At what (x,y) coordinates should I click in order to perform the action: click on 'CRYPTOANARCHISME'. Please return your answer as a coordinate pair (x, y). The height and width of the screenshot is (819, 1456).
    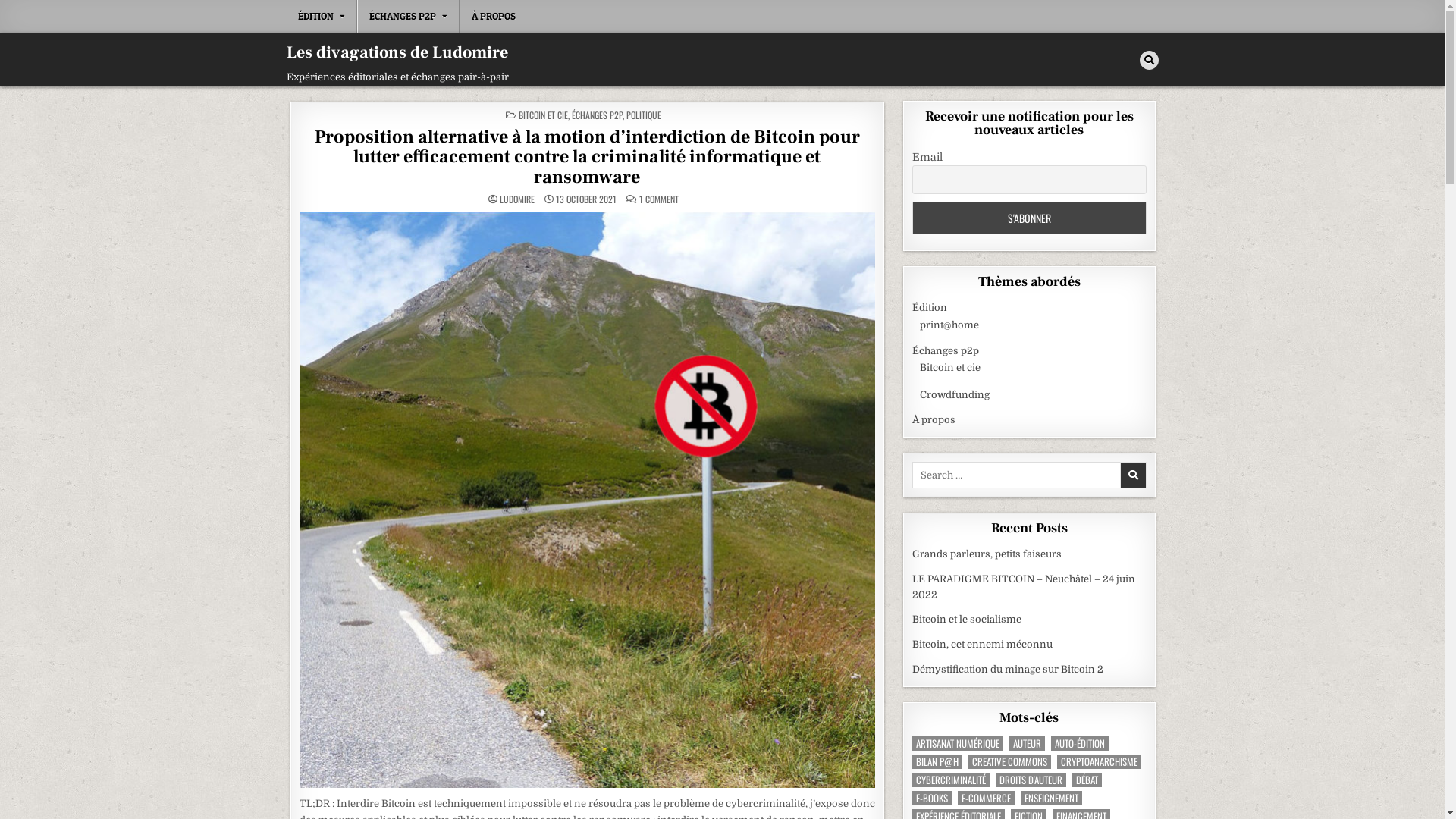
    Looking at the image, I should click on (1099, 761).